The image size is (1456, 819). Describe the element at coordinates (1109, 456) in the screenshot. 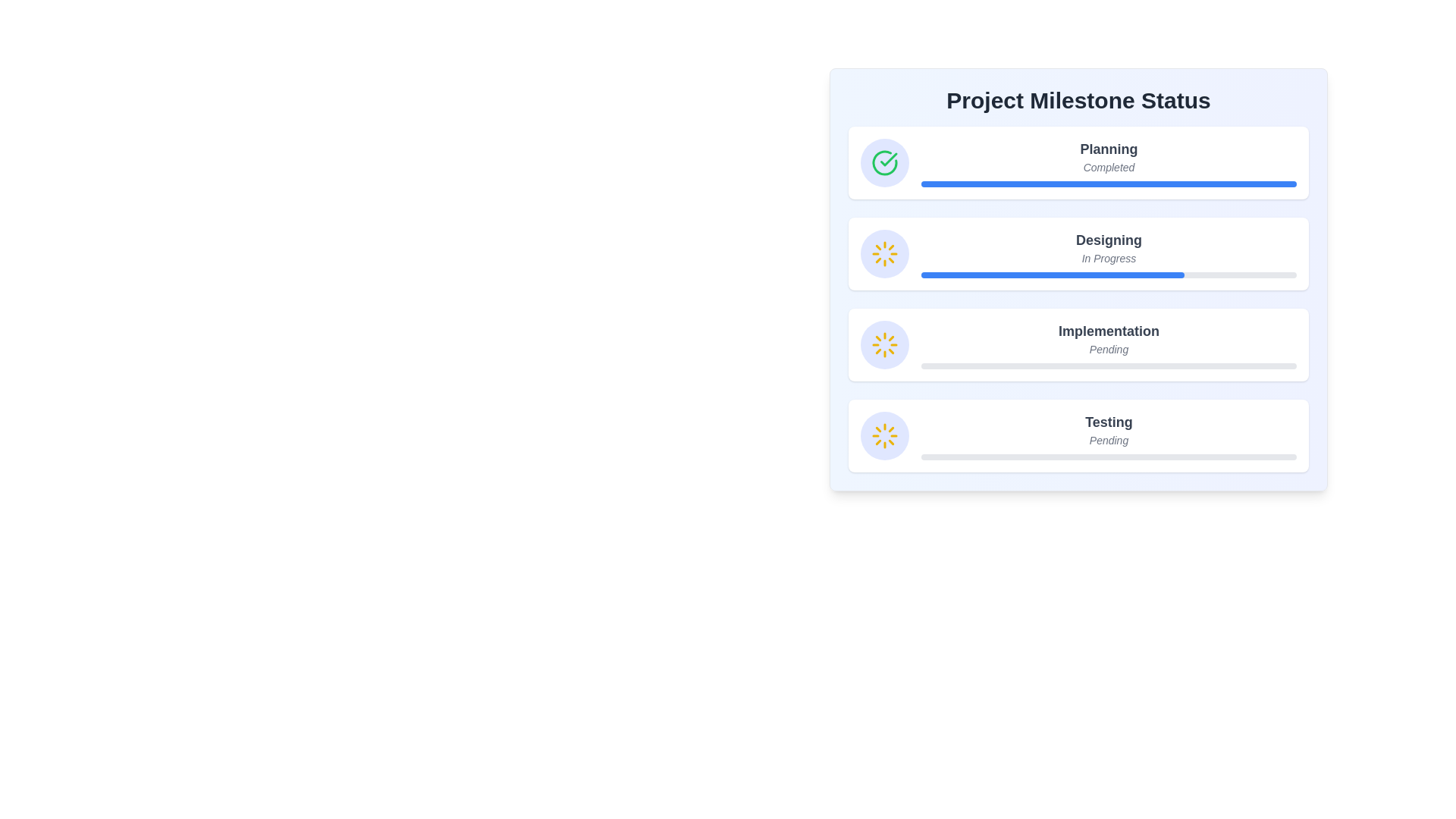

I see `the horizontal progress bar styled as a thin rectangle with rounded edges, located below the text 'Testing' and 'Pending', and is the fourth progress bar in the list` at that location.